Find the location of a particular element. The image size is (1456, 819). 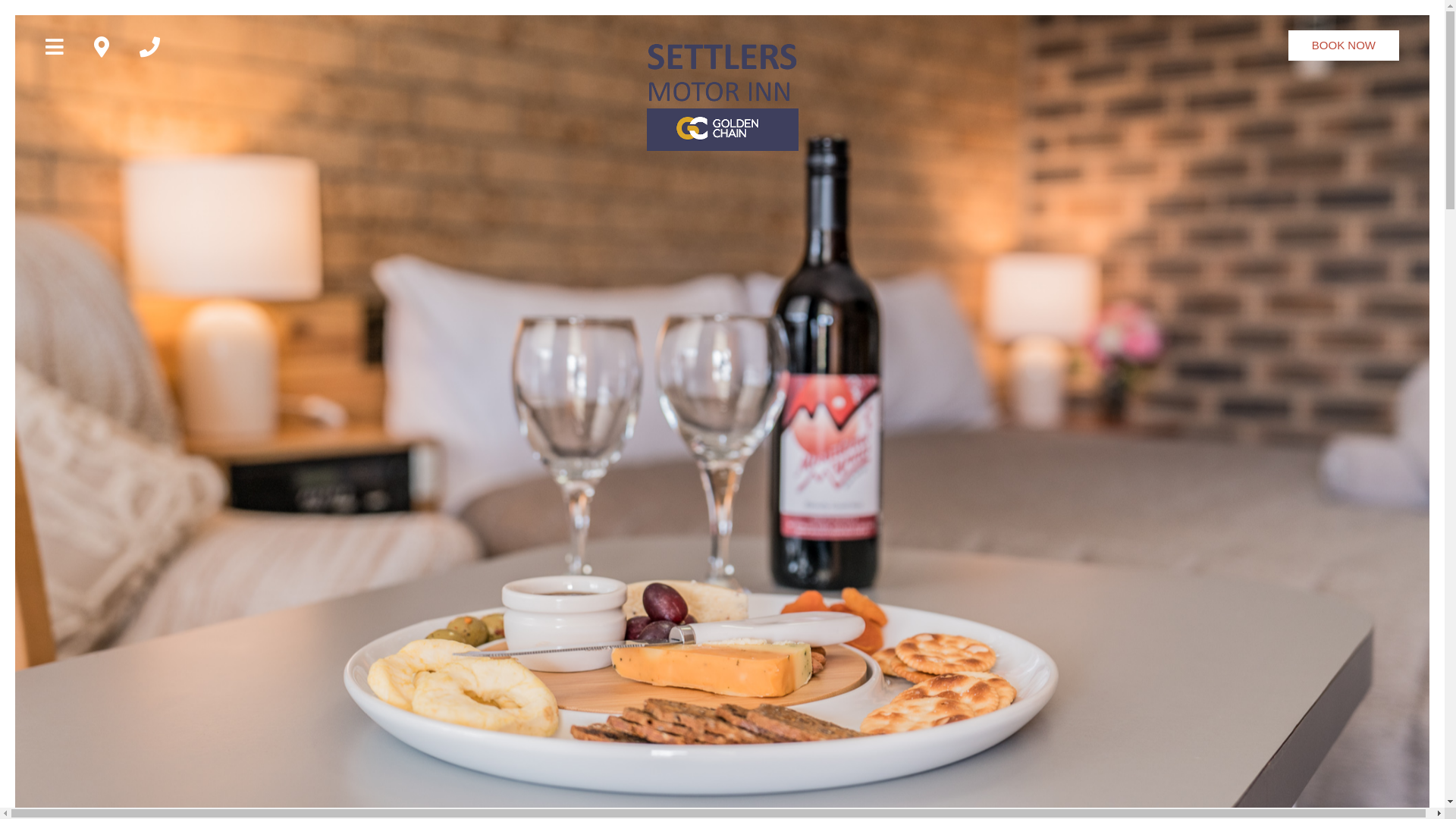

'BOOK NOW' is located at coordinates (1343, 45).